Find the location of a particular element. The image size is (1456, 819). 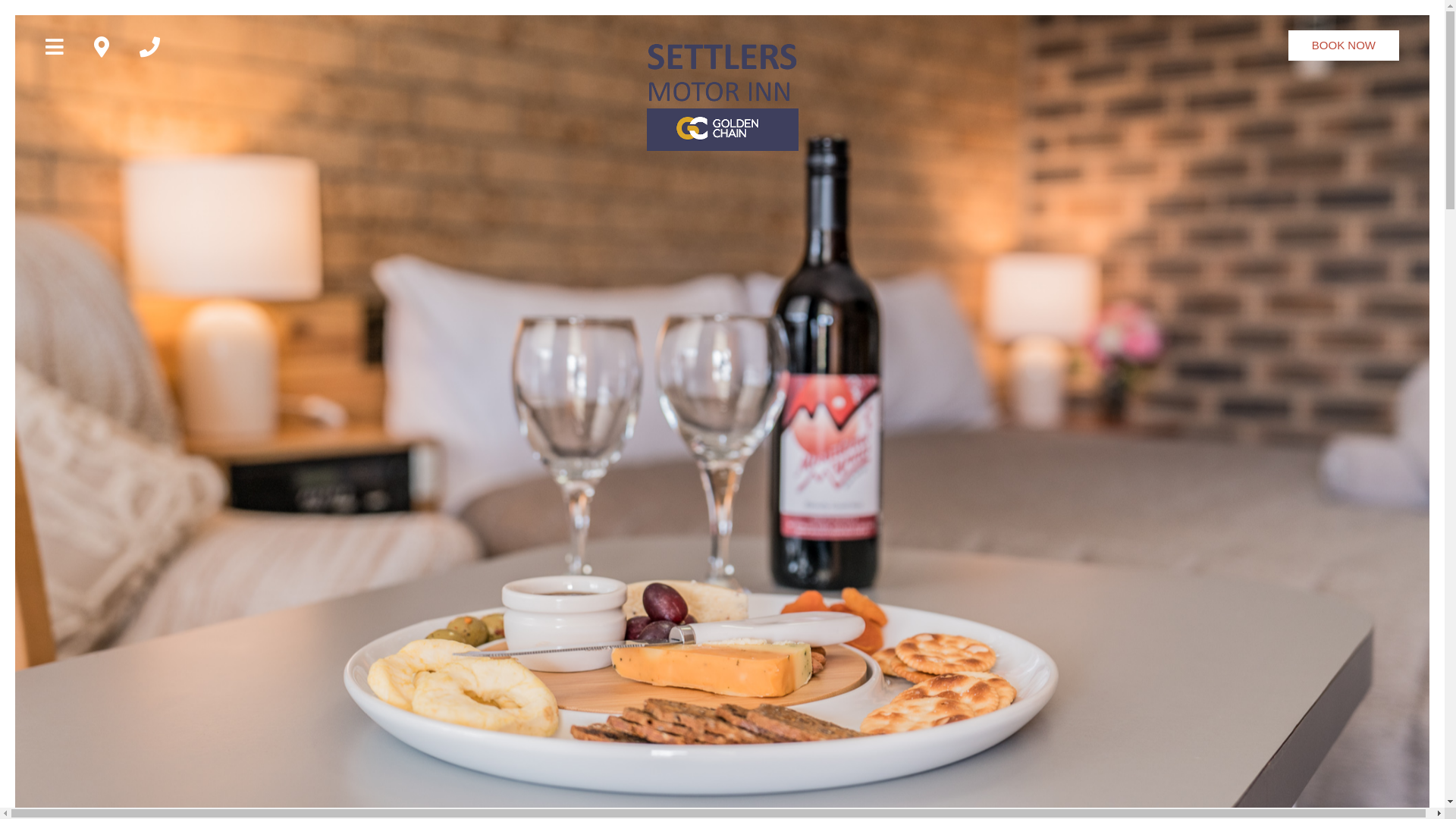

'BOOK NOW' is located at coordinates (1343, 45).